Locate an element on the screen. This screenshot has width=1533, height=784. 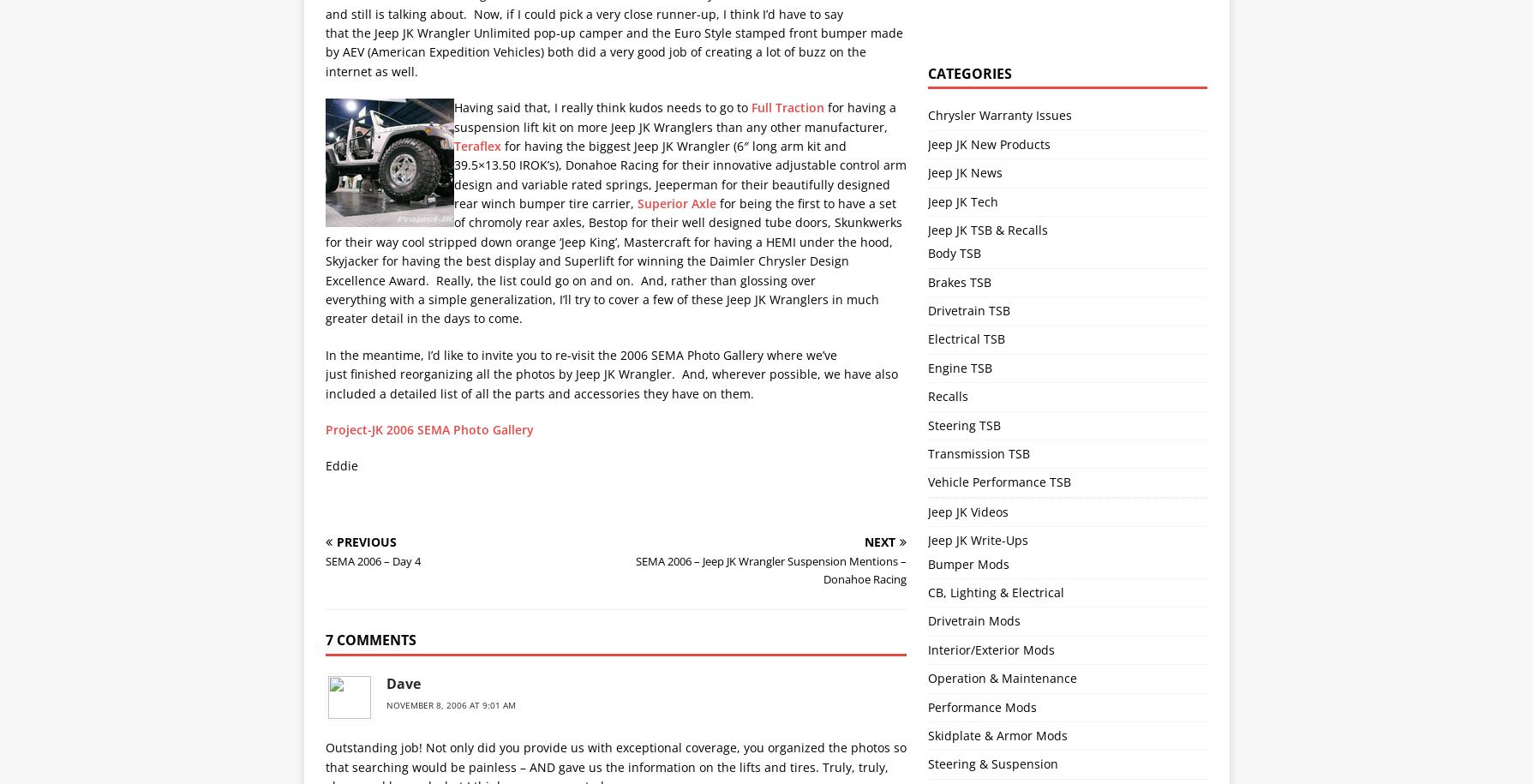
'Operation & Maintenance' is located at coordinates (1002, 677).